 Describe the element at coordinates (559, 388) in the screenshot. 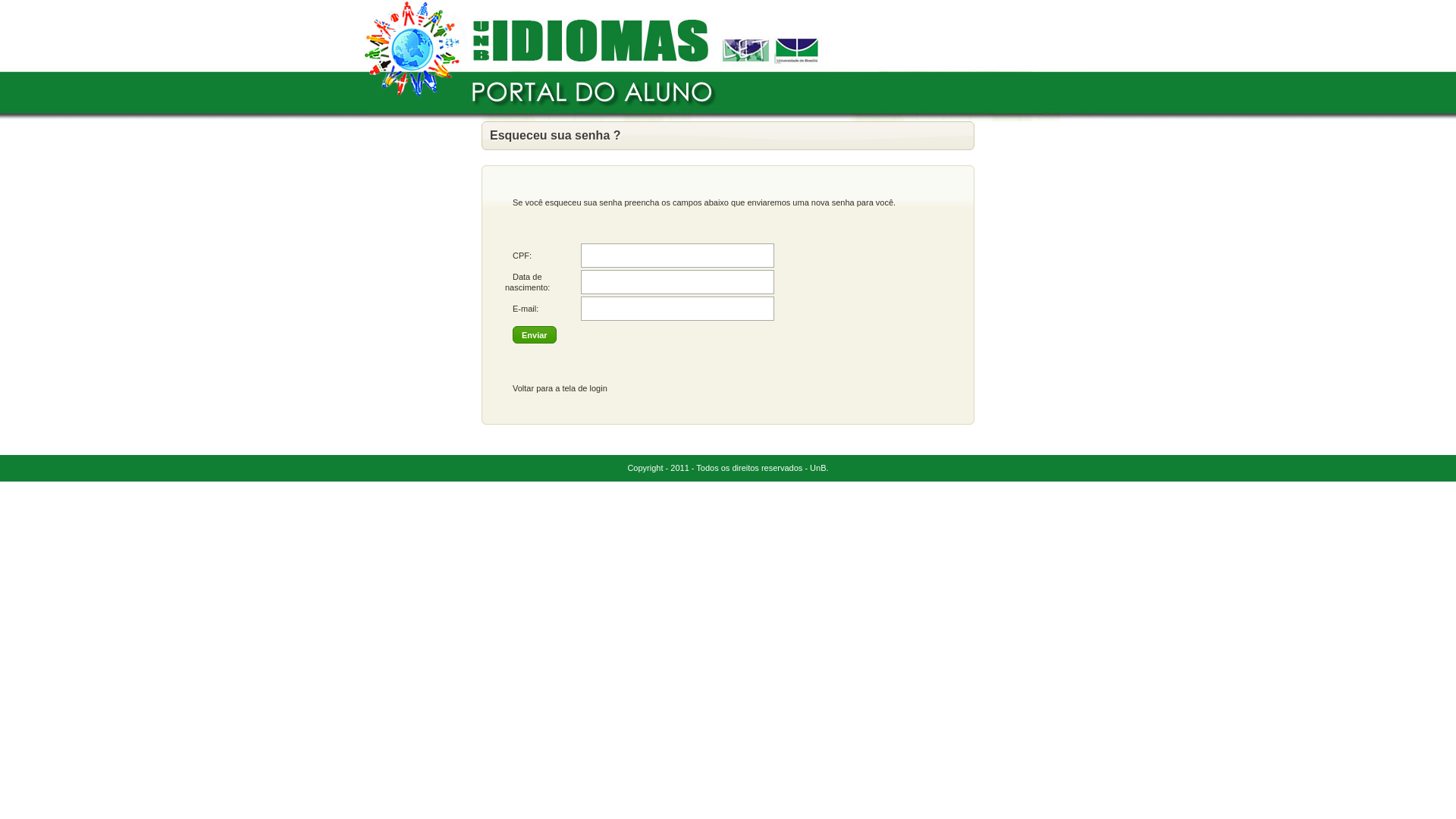

I see `'Voltar para a tela de login'` at that location.